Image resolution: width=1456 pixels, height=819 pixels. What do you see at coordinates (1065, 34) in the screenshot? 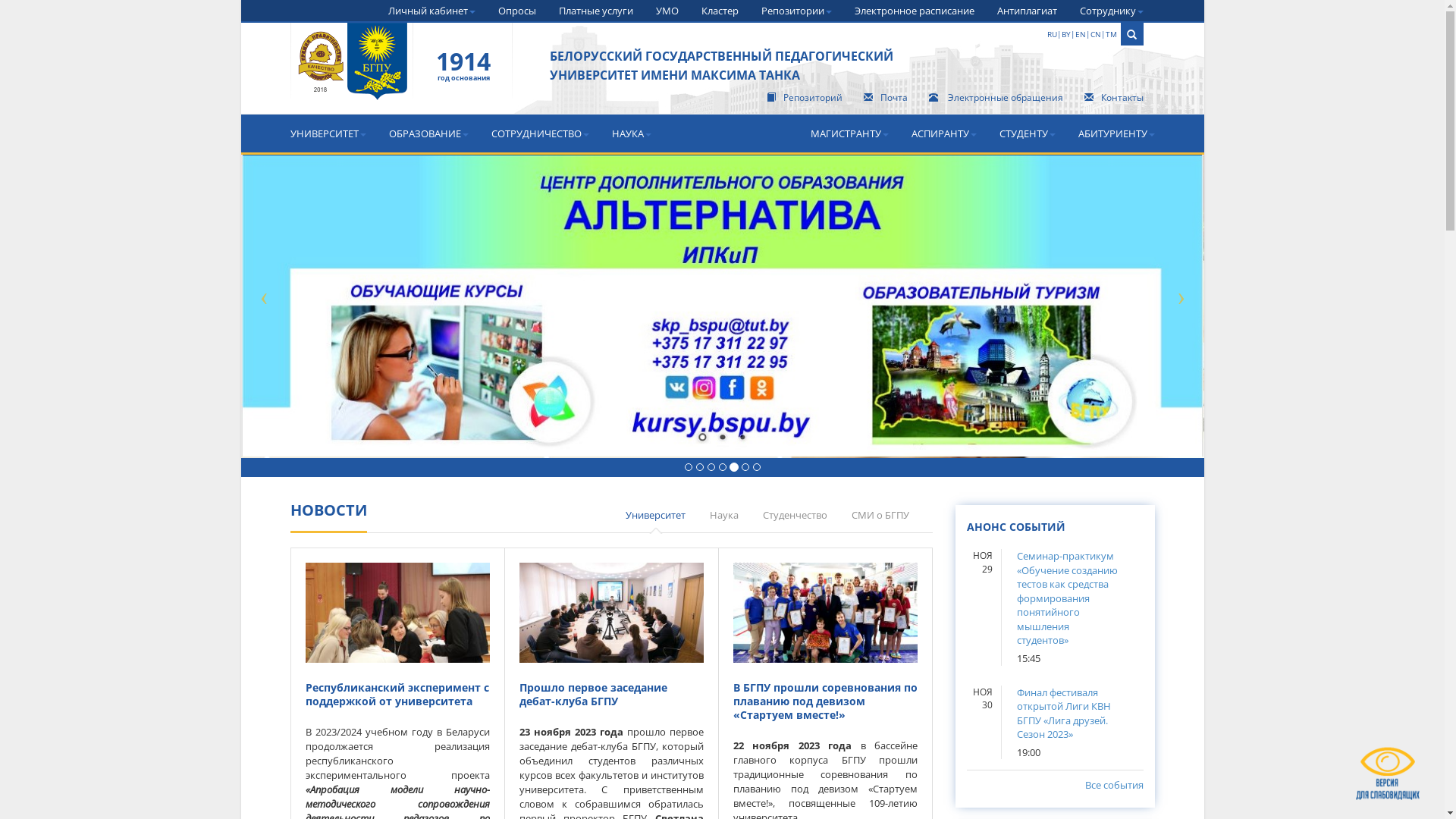
I see `'BY'` at bounding box center [1065, 34].